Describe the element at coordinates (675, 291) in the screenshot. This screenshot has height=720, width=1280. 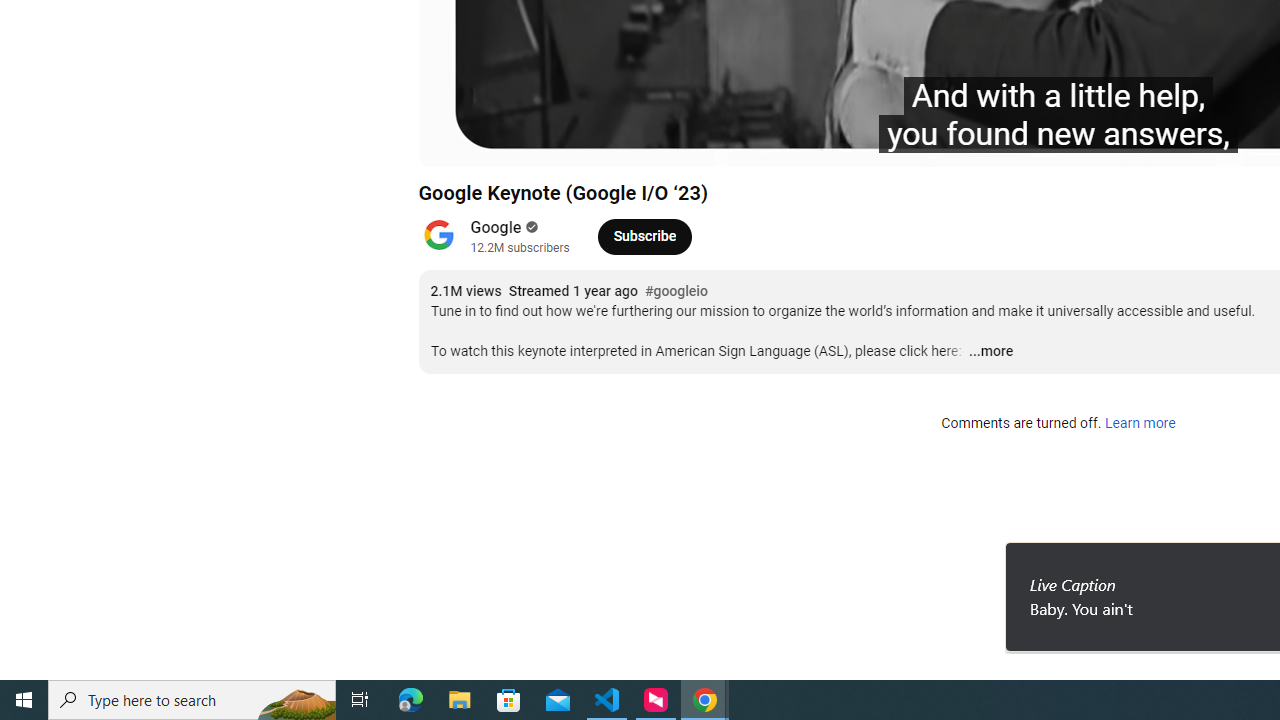
I see `'#googleio'` at that location.